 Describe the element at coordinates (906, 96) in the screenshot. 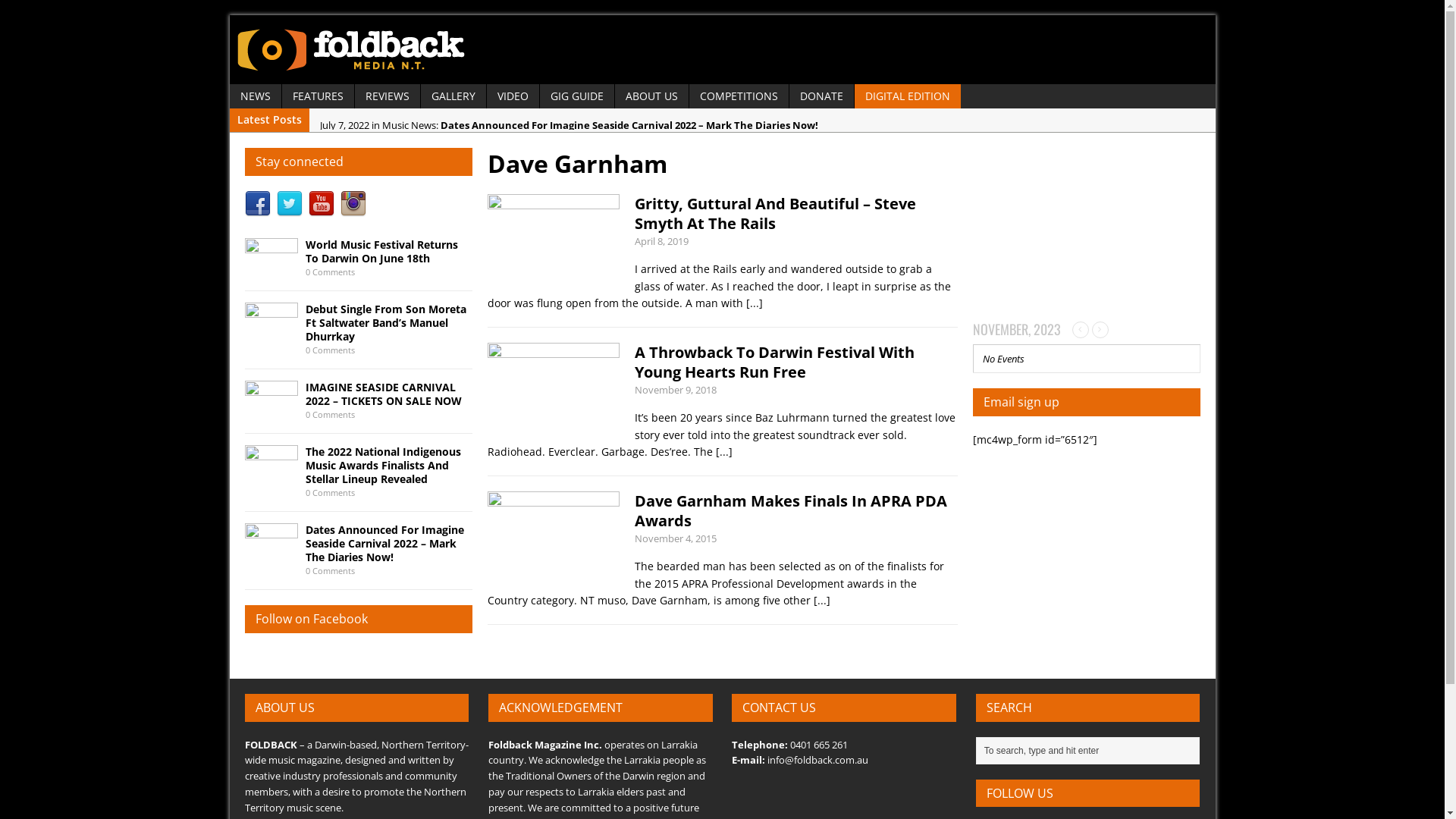

I see `'DIGITAL EDITION'` at that location.